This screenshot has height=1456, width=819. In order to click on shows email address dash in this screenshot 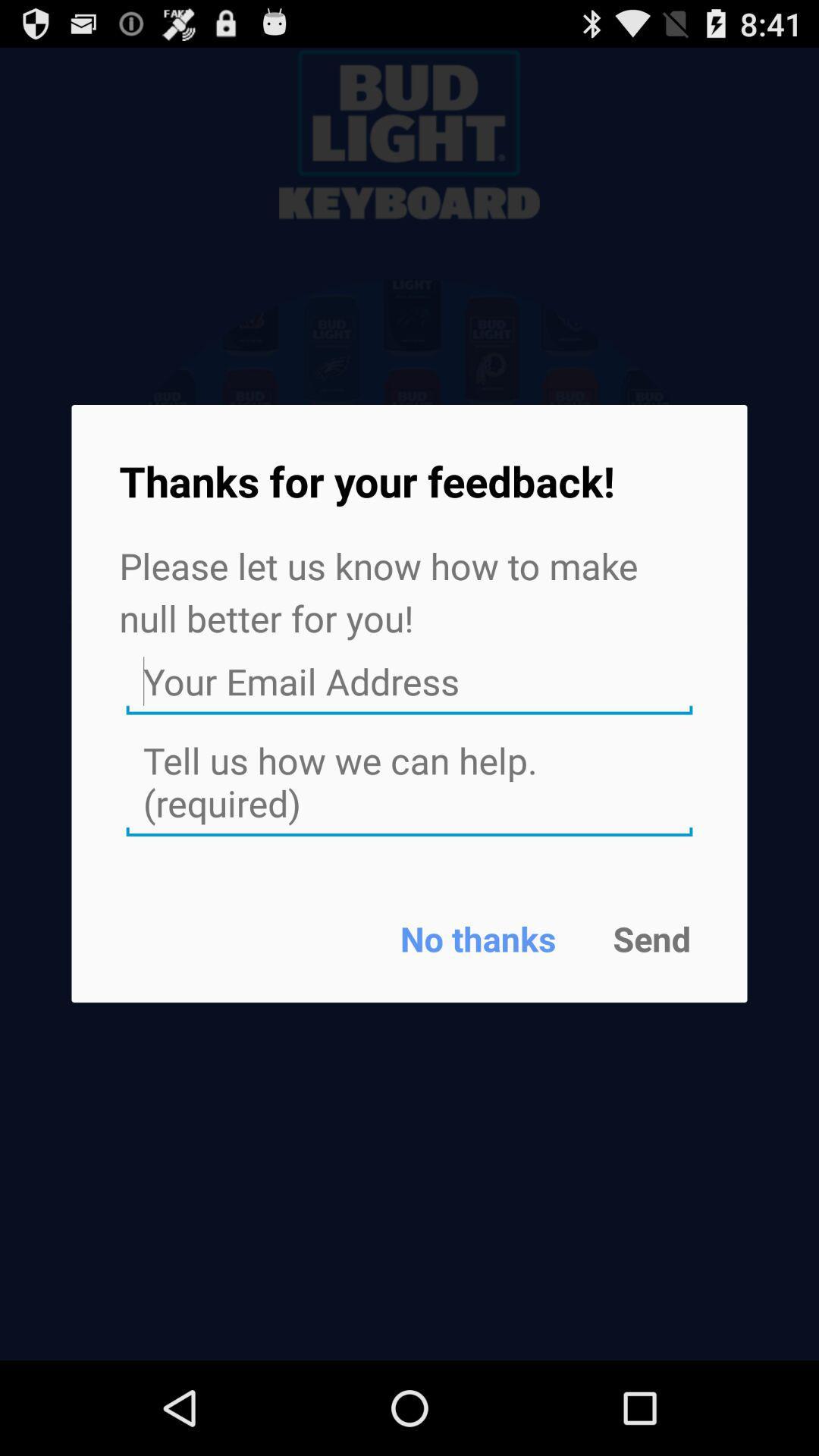, I will do `click(409, 681)`.